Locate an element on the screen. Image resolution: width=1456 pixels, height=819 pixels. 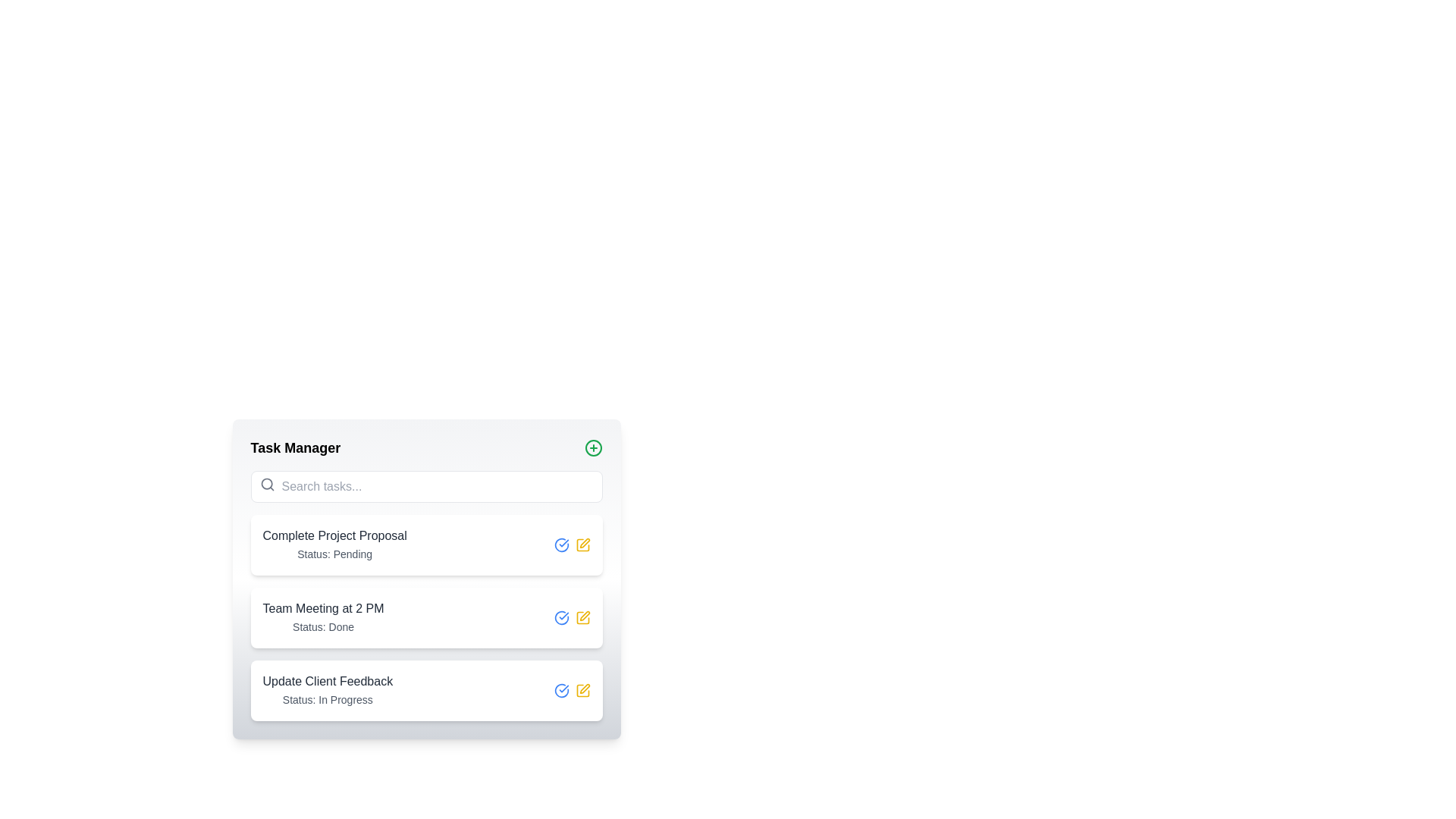
the edit icon button, which is the second icon on the right side of the row for the 'Update Client Feedback' task, to modify the associated task details is located at coordinates (582, 690).